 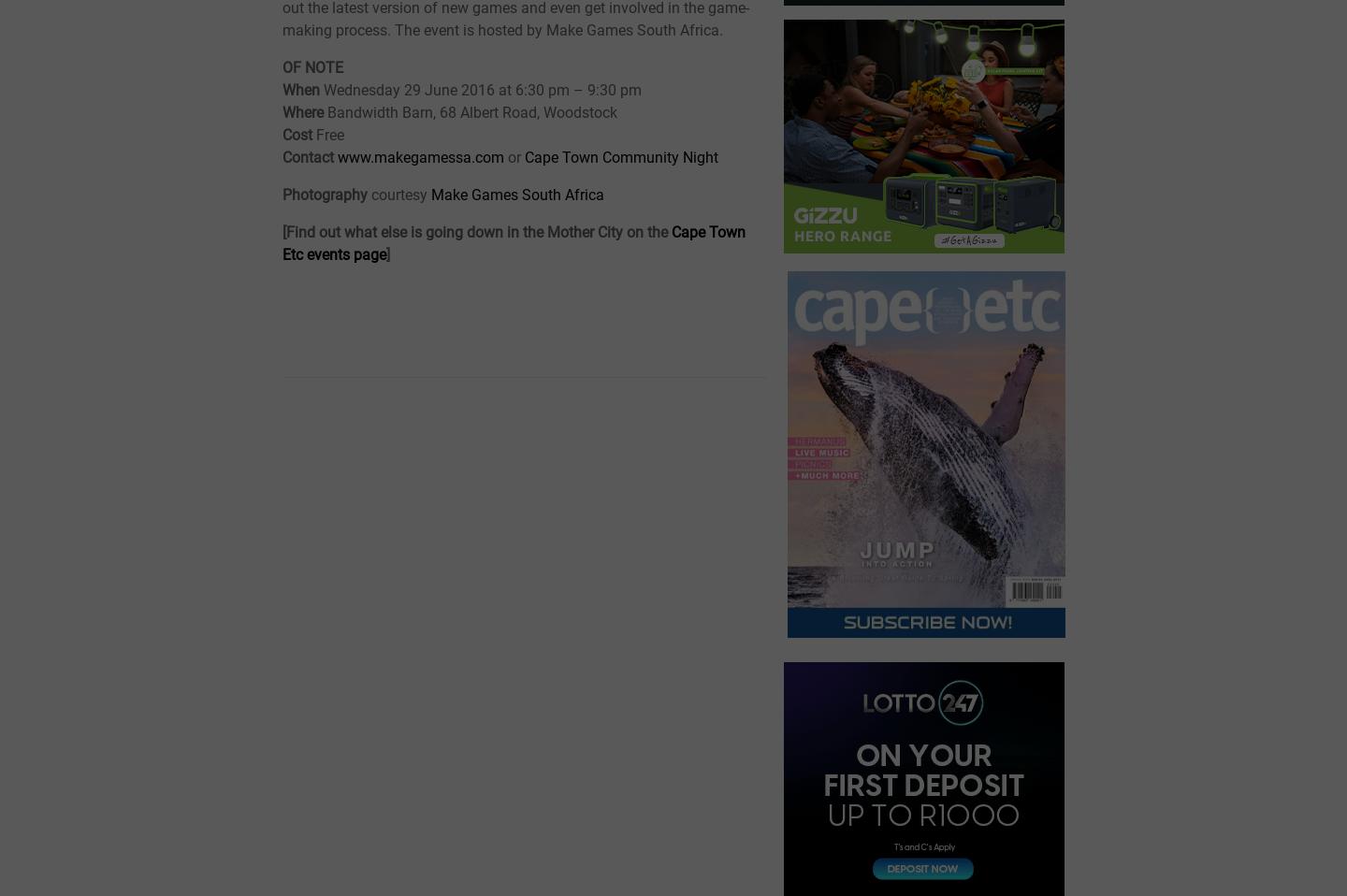 I want to click on 'Wednesday 29 June 2016 at 6:30 pm – 9:30 pm', so click(x=481, y=89).